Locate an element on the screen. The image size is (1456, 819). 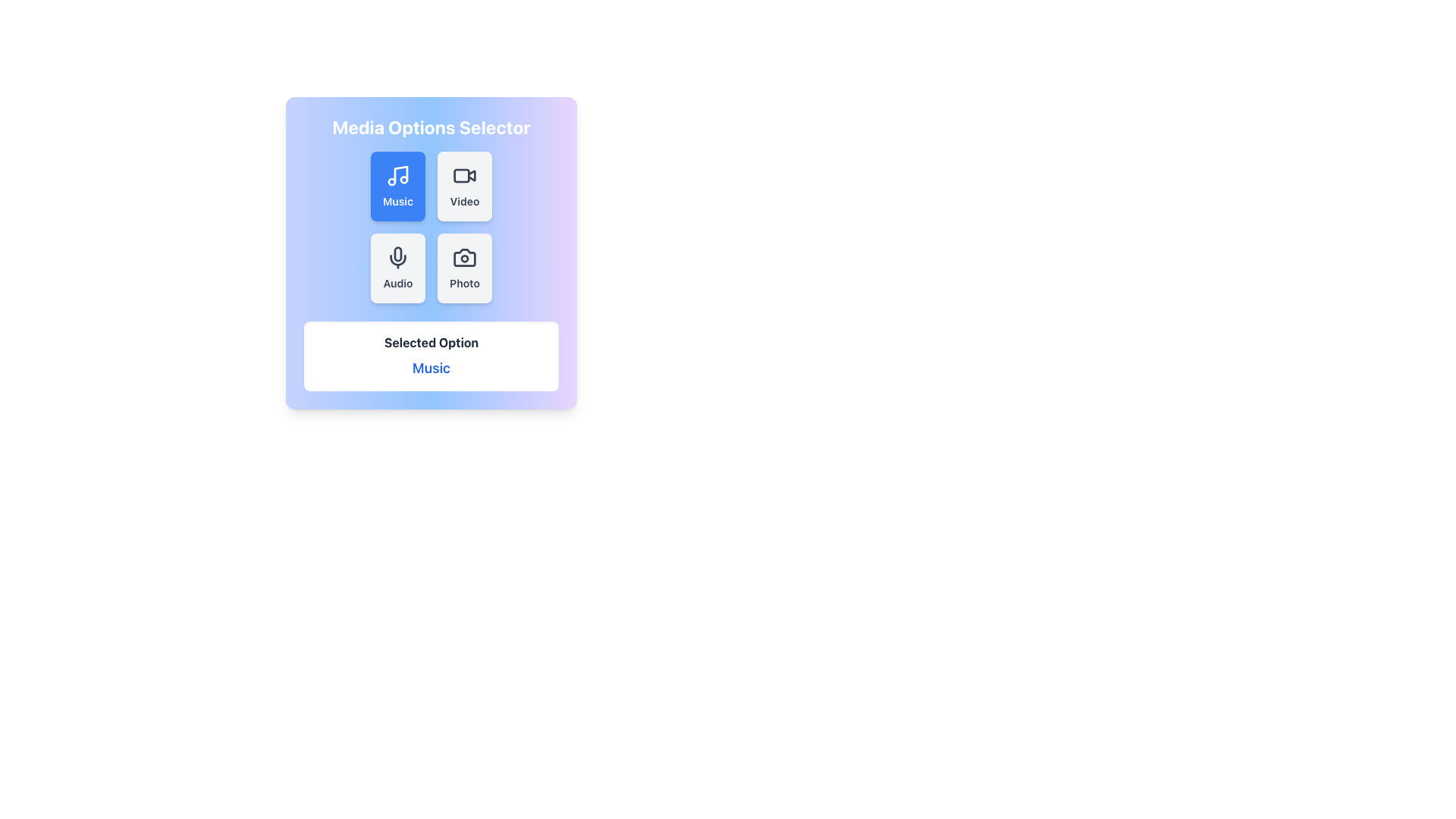
the 'Photo' text label which is styled with a smaller bold font and is positioned below a camera icon within a light gray button in the 'Media Options Selector' card is located at coordinates (464, 284).